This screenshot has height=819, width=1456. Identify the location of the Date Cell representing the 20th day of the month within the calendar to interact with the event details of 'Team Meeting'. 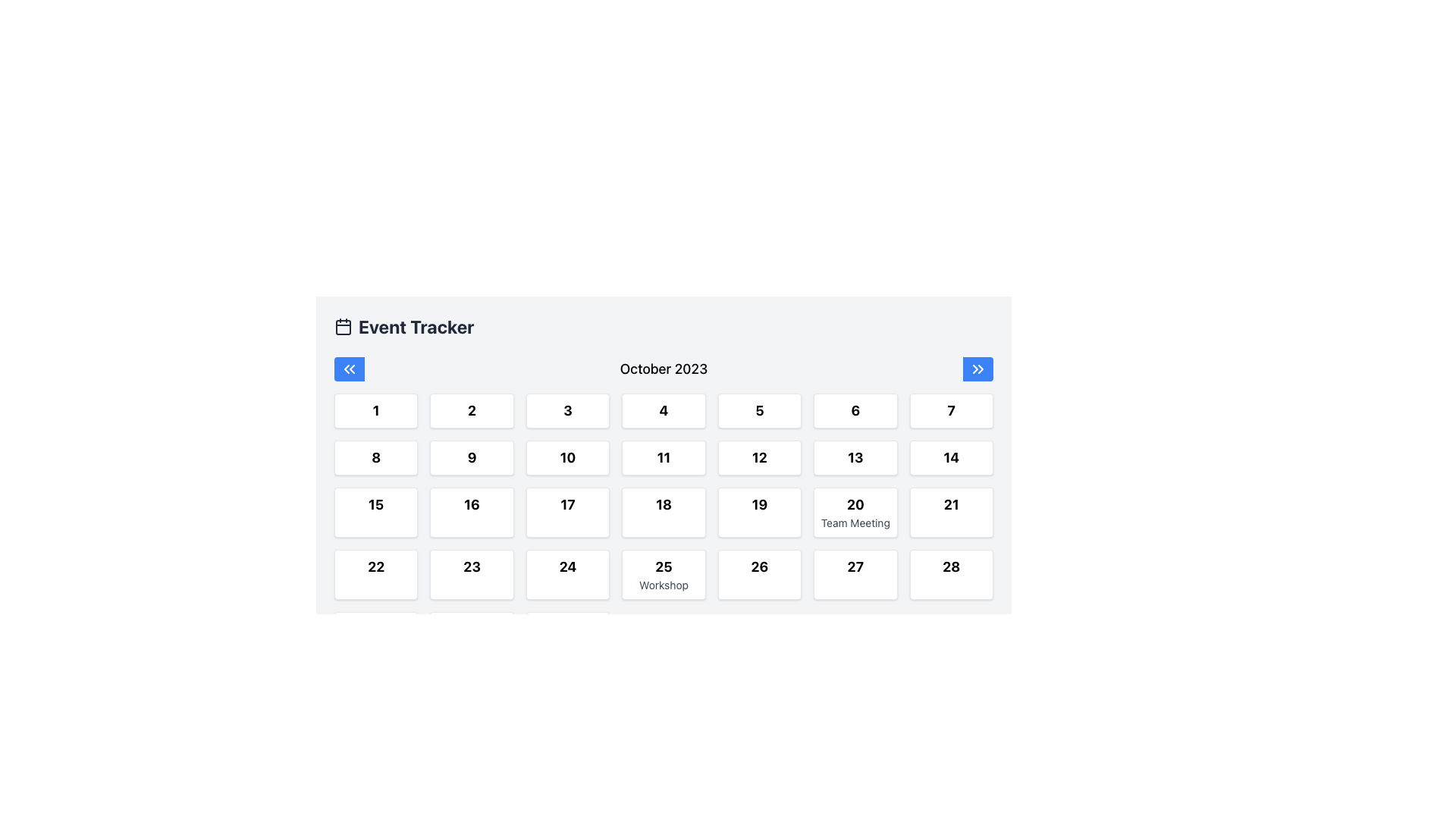
(855, 512).